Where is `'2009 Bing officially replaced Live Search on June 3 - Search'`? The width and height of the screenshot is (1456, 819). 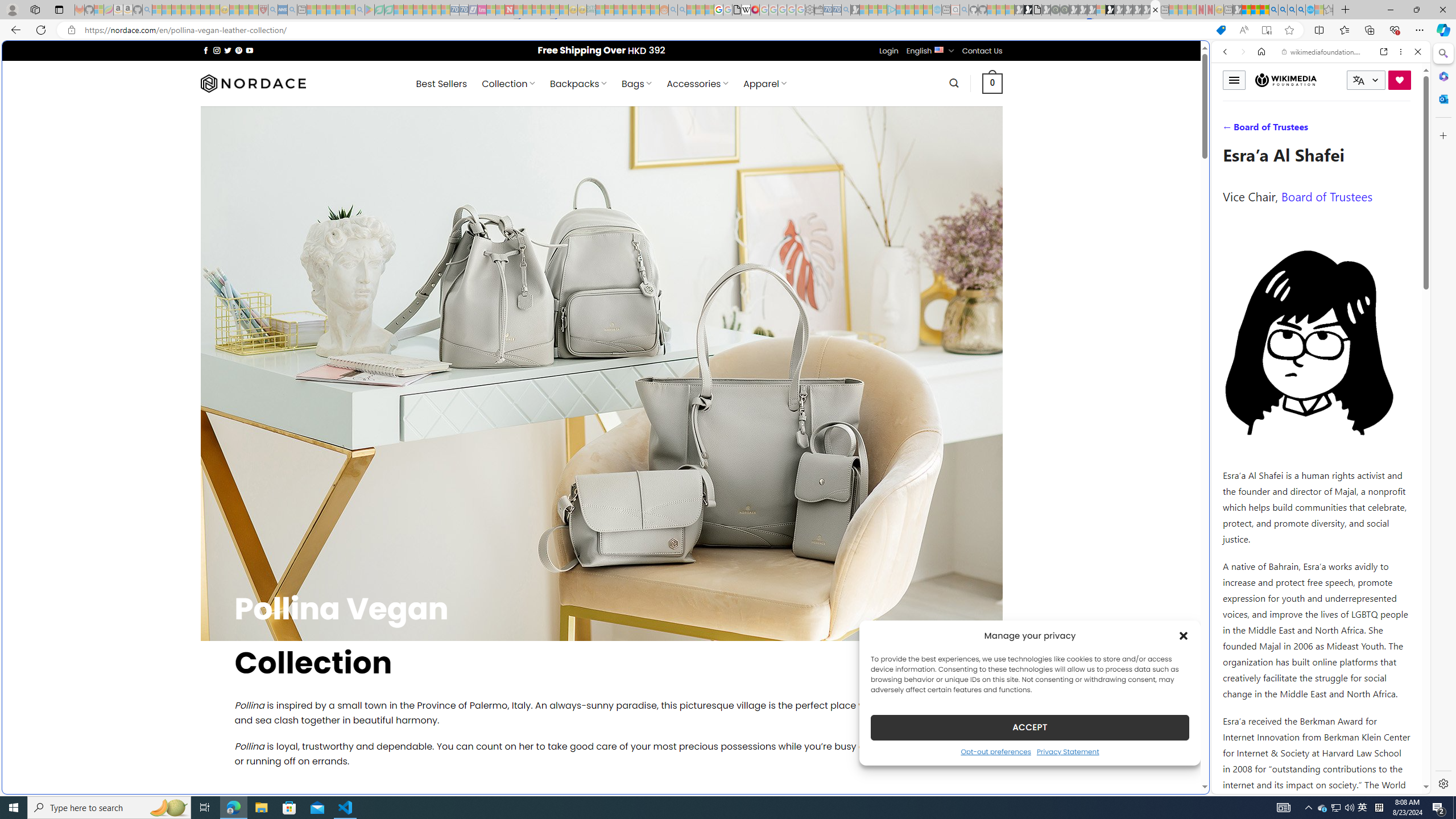 '2009 Bing officially replaced Live Search on June 3 - Search' is located at coordinates (1283, 9).